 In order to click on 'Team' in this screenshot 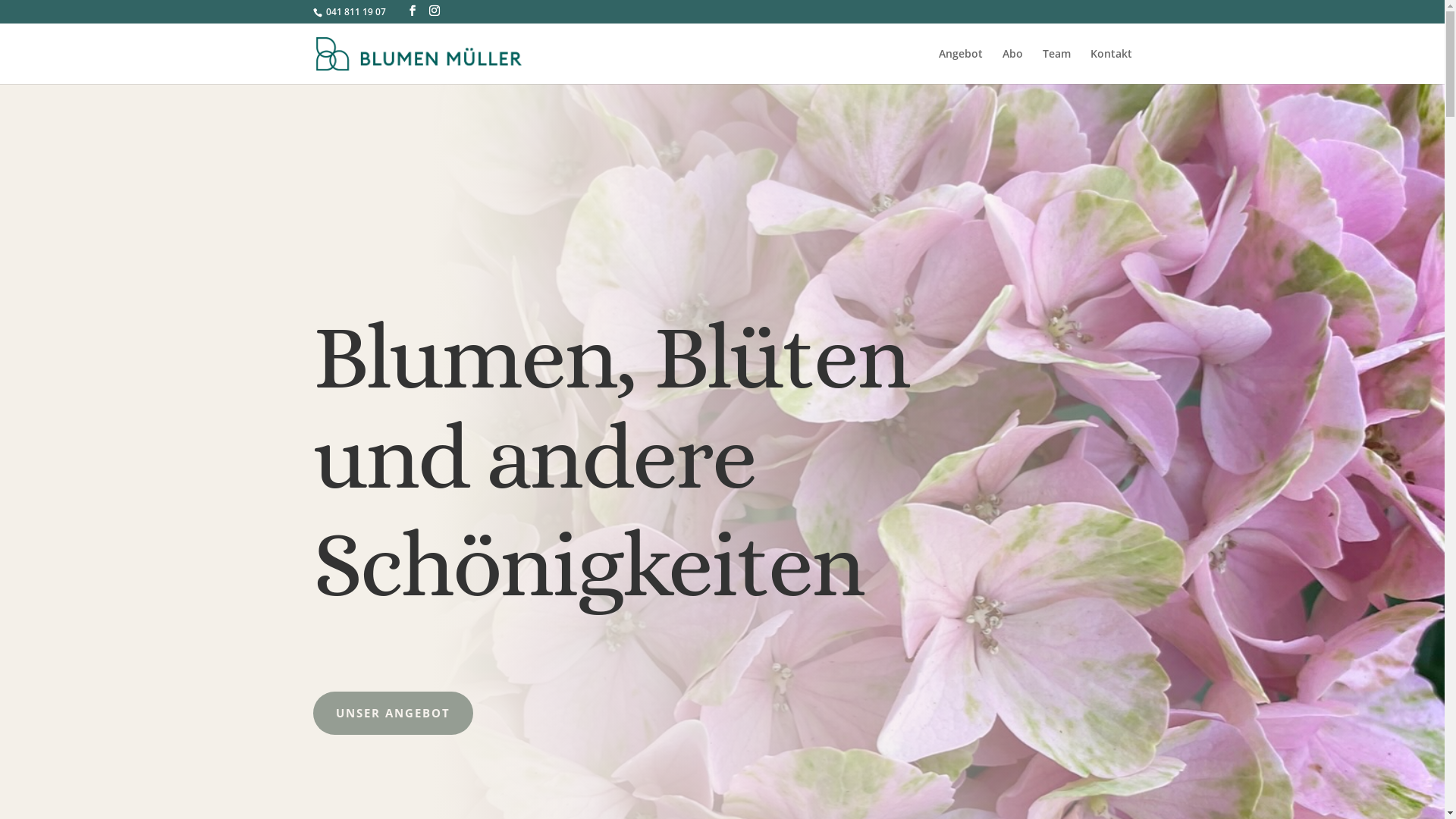, I will do `click(1055, 65)`.